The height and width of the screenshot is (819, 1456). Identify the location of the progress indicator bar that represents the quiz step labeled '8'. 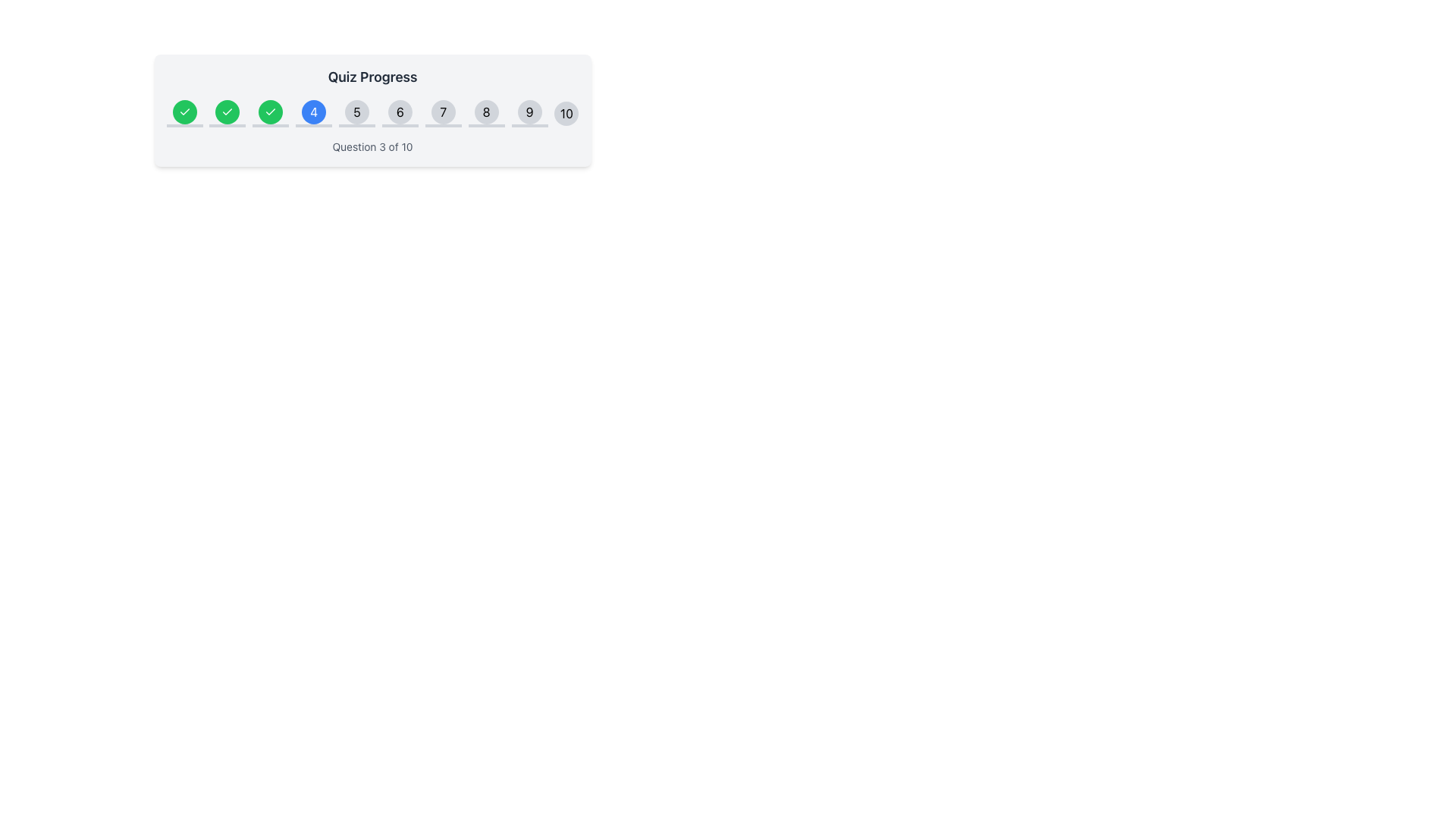
(486, 124).